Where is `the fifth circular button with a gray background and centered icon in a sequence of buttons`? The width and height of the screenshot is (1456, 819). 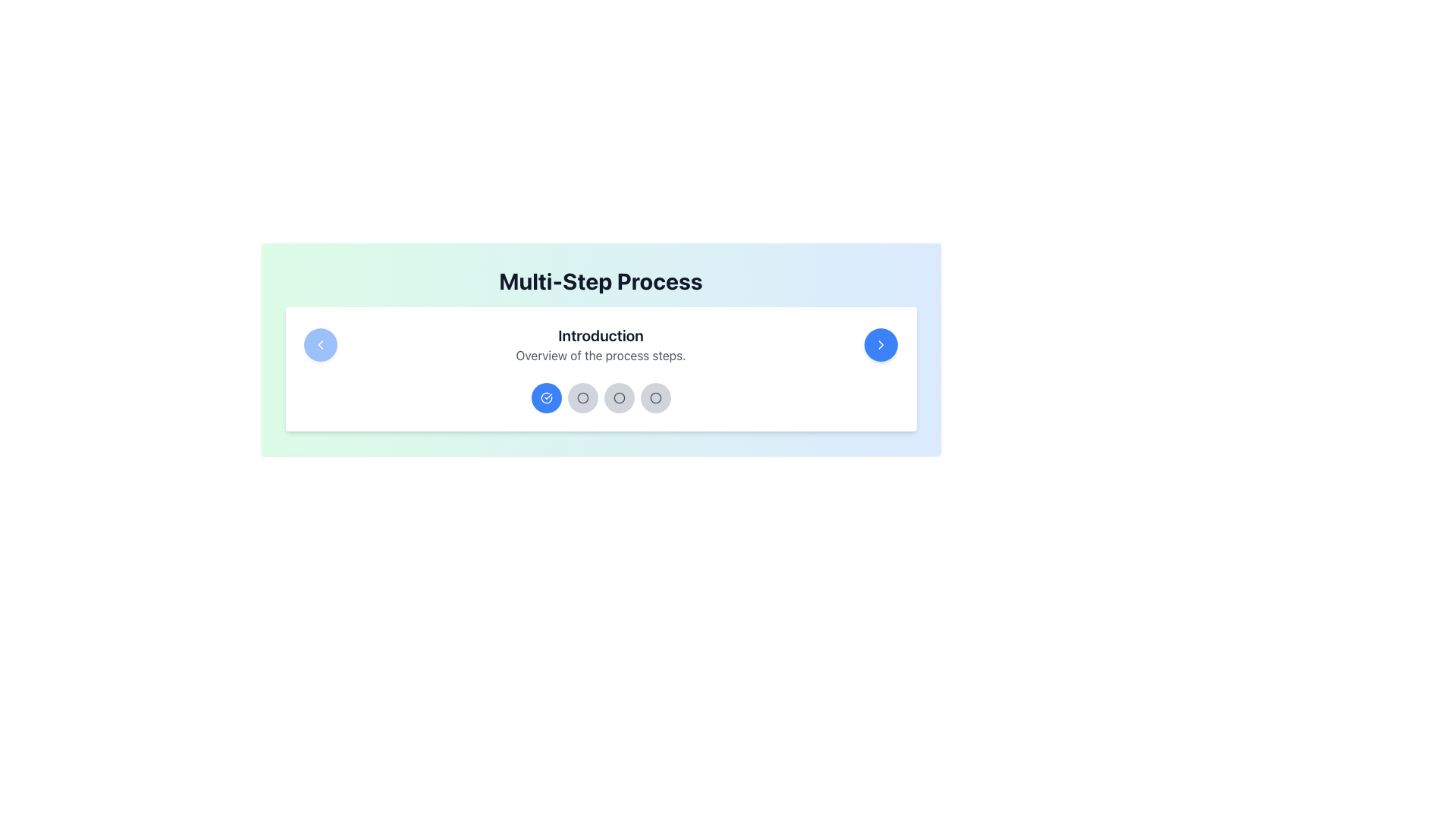
the fifth circular button with a gray background and centered icon in a sequence of buttons is located at coordinates (655, 397).